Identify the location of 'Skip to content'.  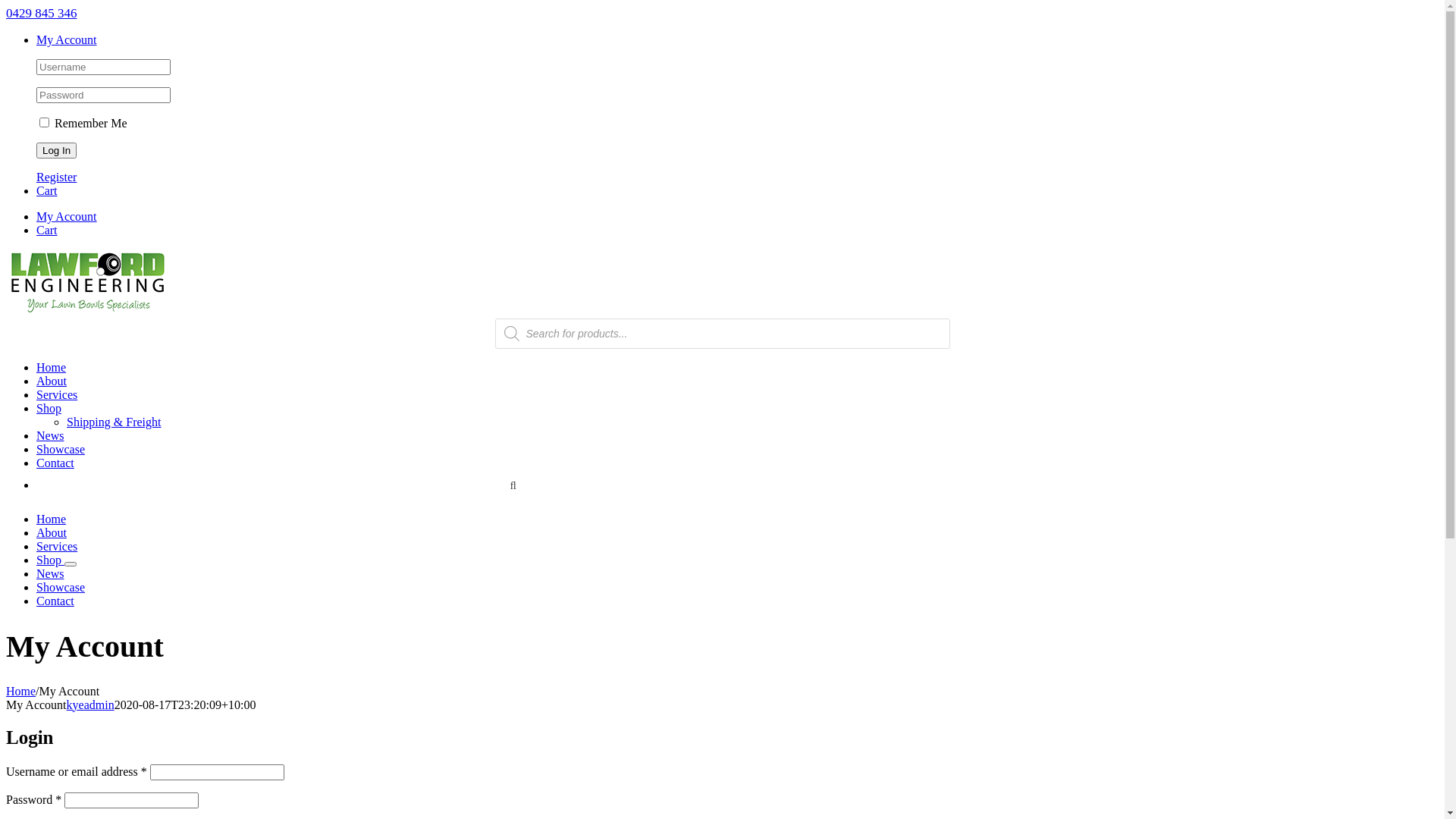
(5, 5).